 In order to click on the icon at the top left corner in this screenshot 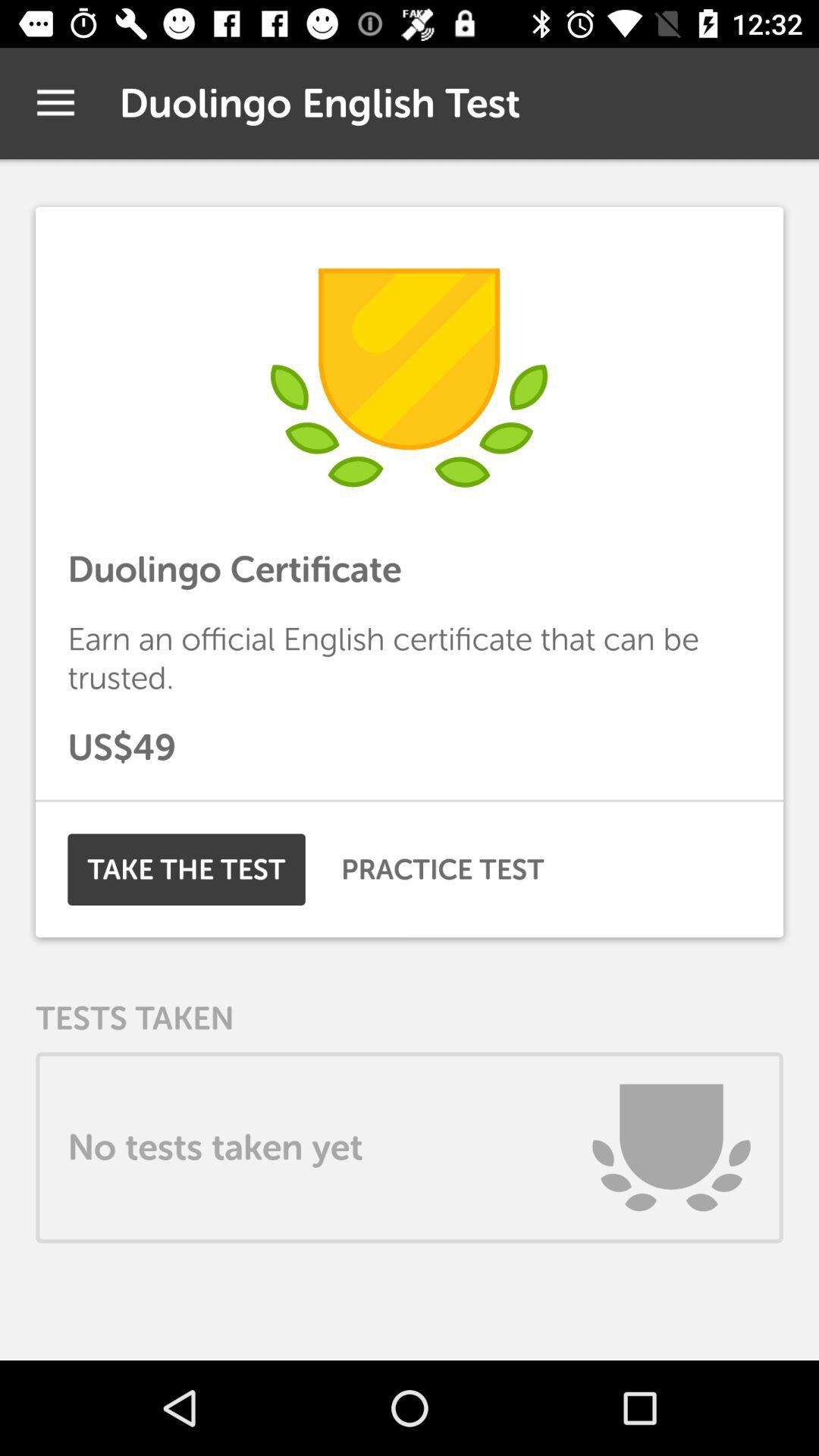, I will do `click(55, 102)`.